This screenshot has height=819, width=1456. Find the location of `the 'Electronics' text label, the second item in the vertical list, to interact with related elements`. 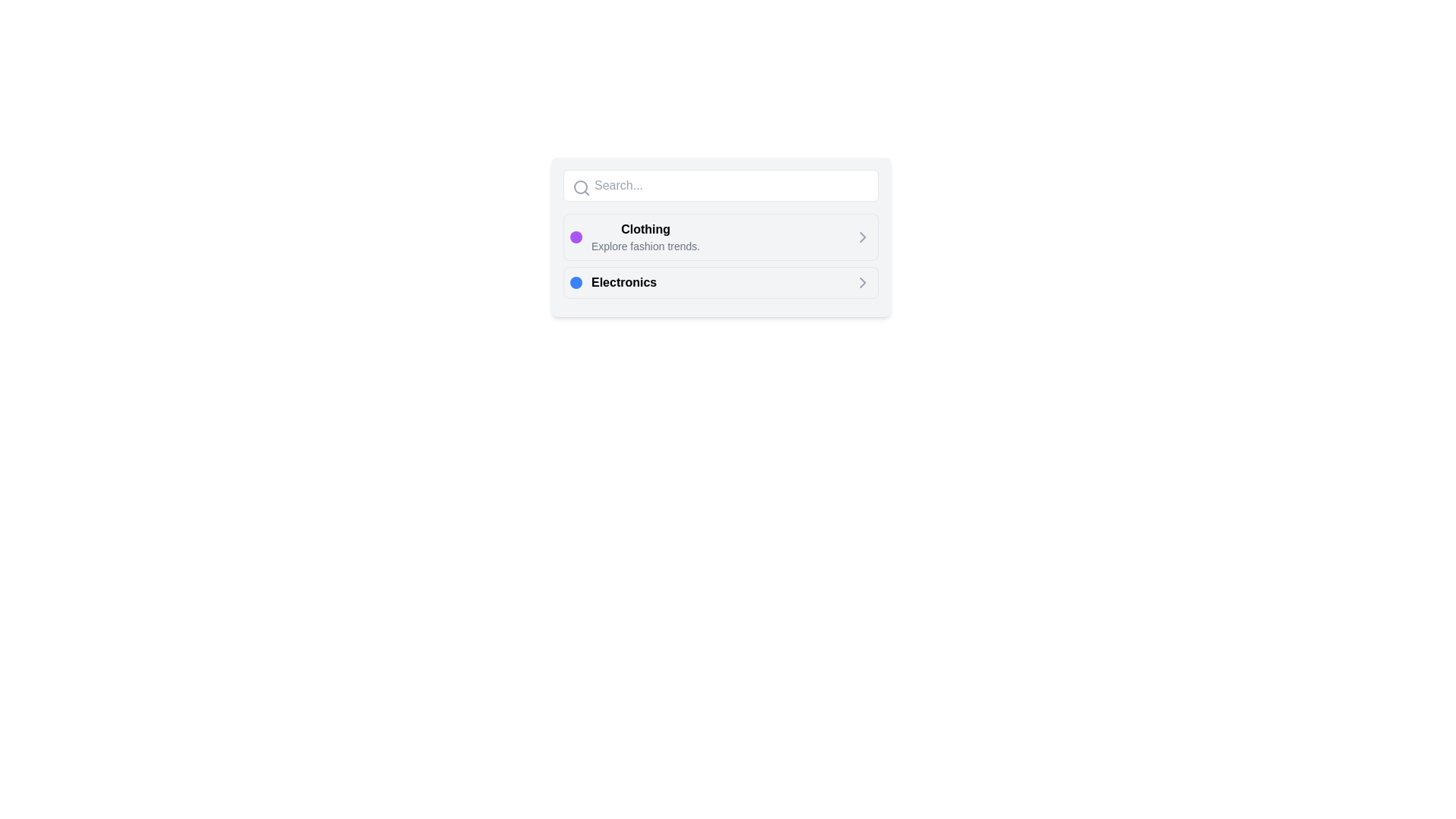

the 'Electronics' text label, the second item in the vertical list, to interact with related elements is located at coordinates (624, 283).